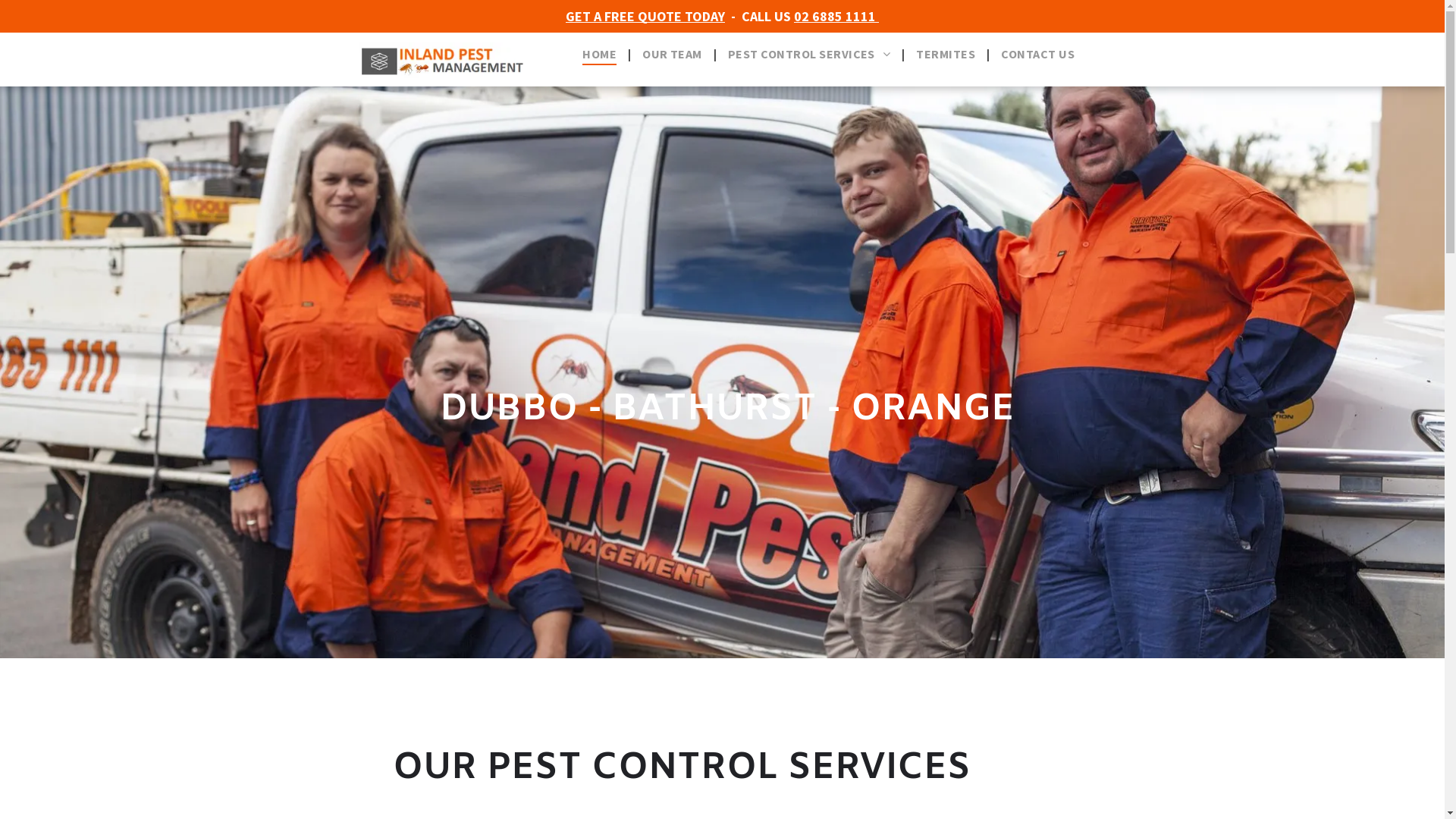  Describe the element at coordinates (836, 16) in the screenshot. I see `'02 6885 1111 '` at that location.